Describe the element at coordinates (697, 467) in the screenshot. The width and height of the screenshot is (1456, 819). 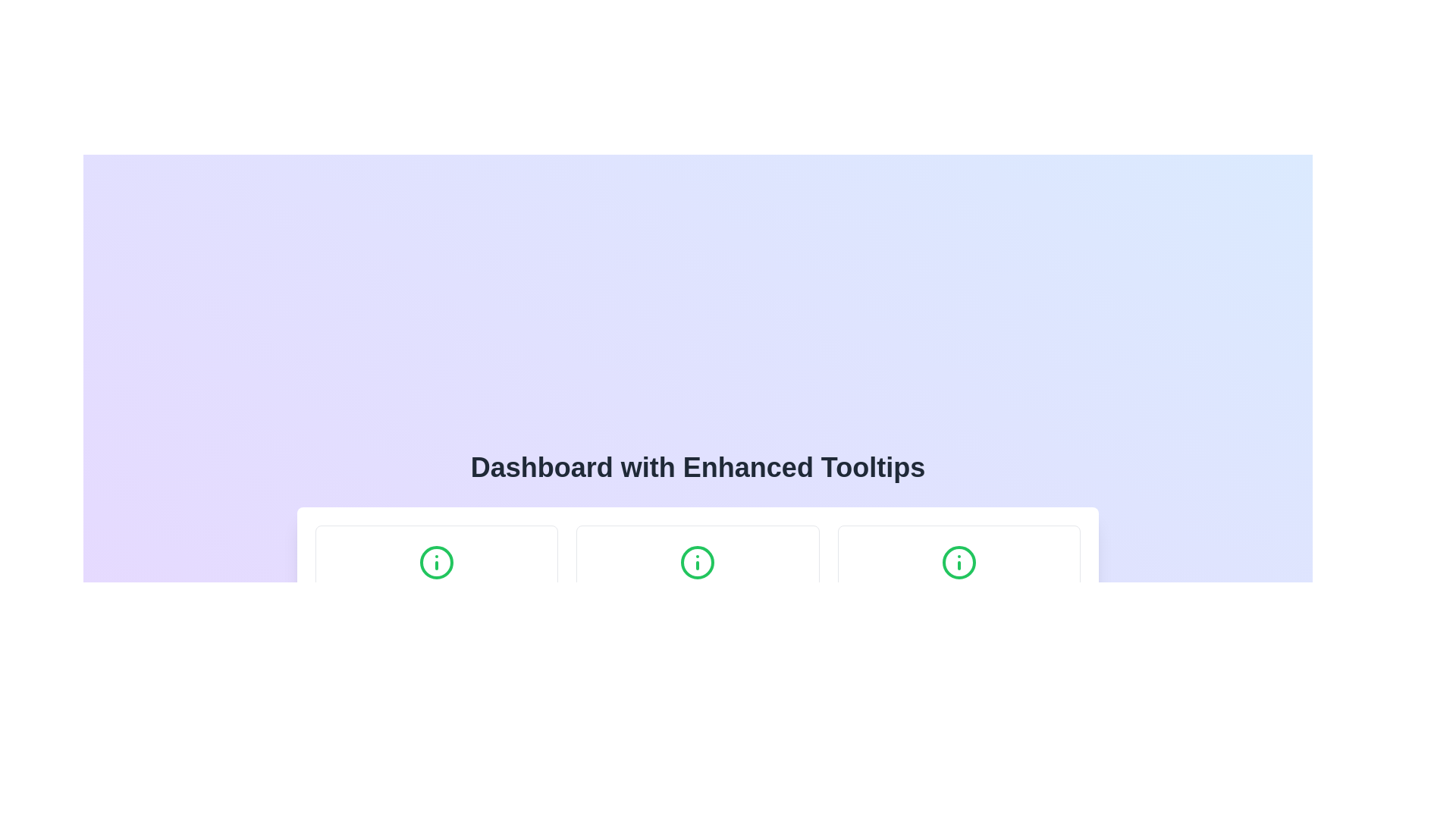
I see `static text display element that serves as the header for the 'Dashboard with Enhanced Tooltips' section, located centrally above other interface groups` at that location.